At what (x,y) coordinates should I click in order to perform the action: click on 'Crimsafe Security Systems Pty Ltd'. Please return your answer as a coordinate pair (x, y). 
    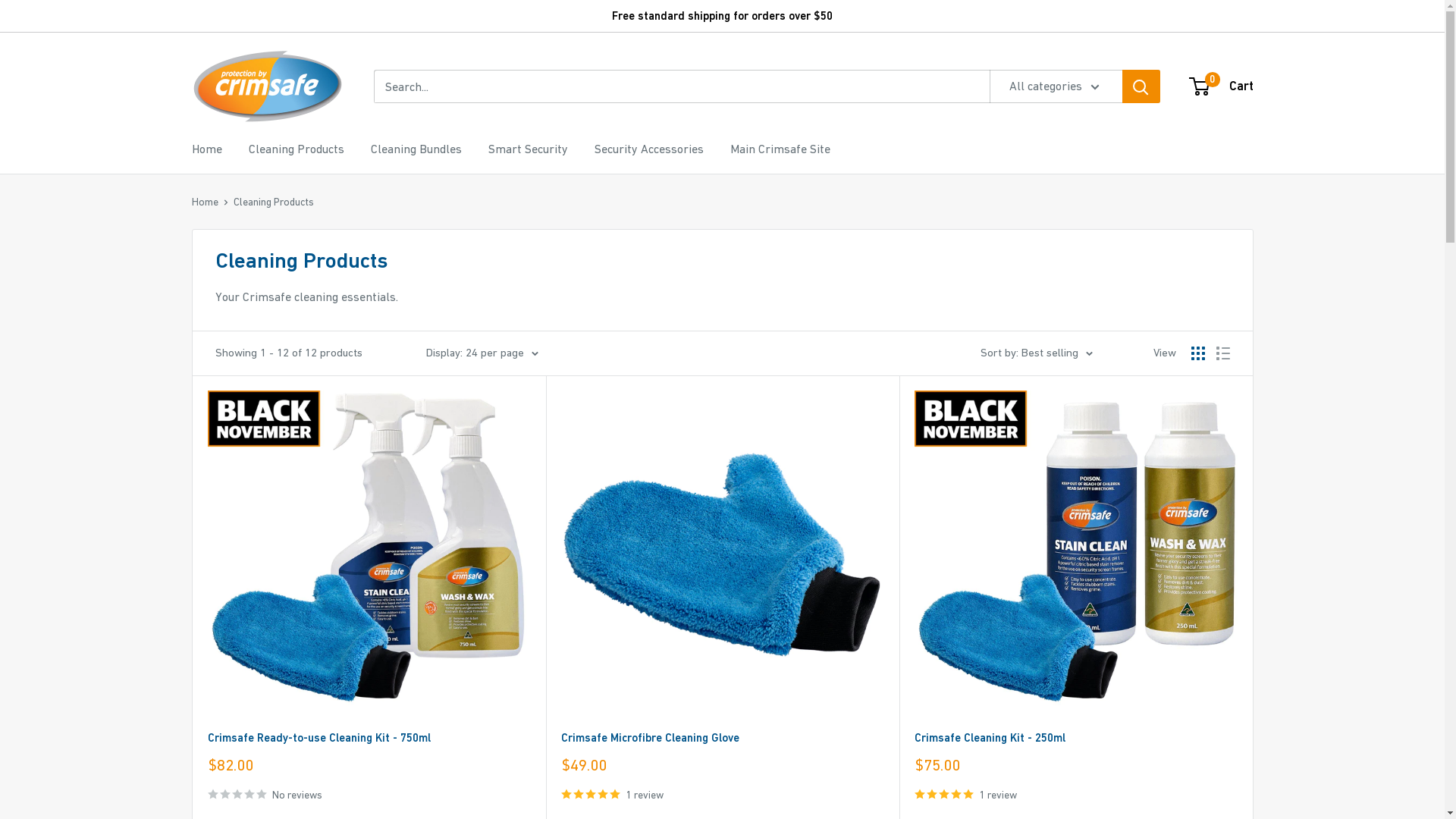
    Looking at the image, I should click on (266, 86).